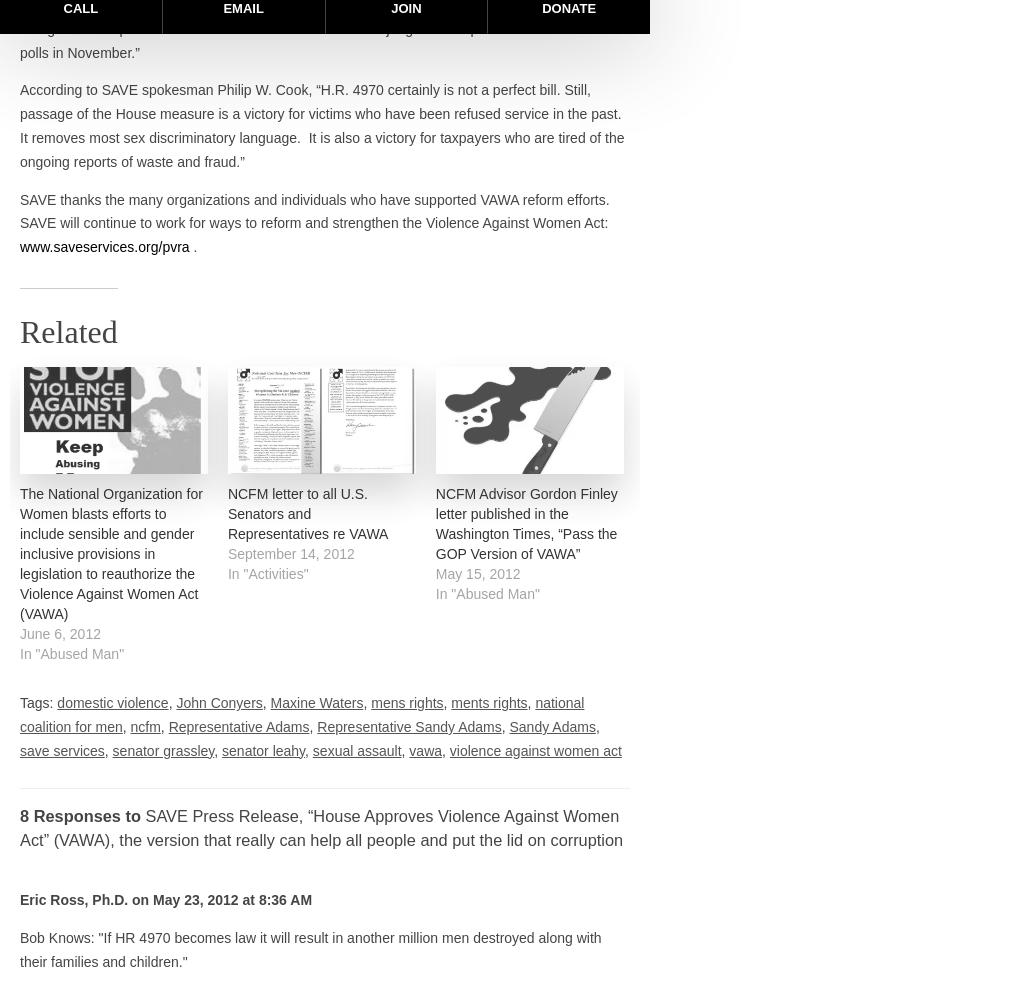 This screenshot has width=1020, height=983. What do you see at coordinates (316, 702) in the screenshot?
I see `'Maxine Waters'` at bounding box center [316, 702].